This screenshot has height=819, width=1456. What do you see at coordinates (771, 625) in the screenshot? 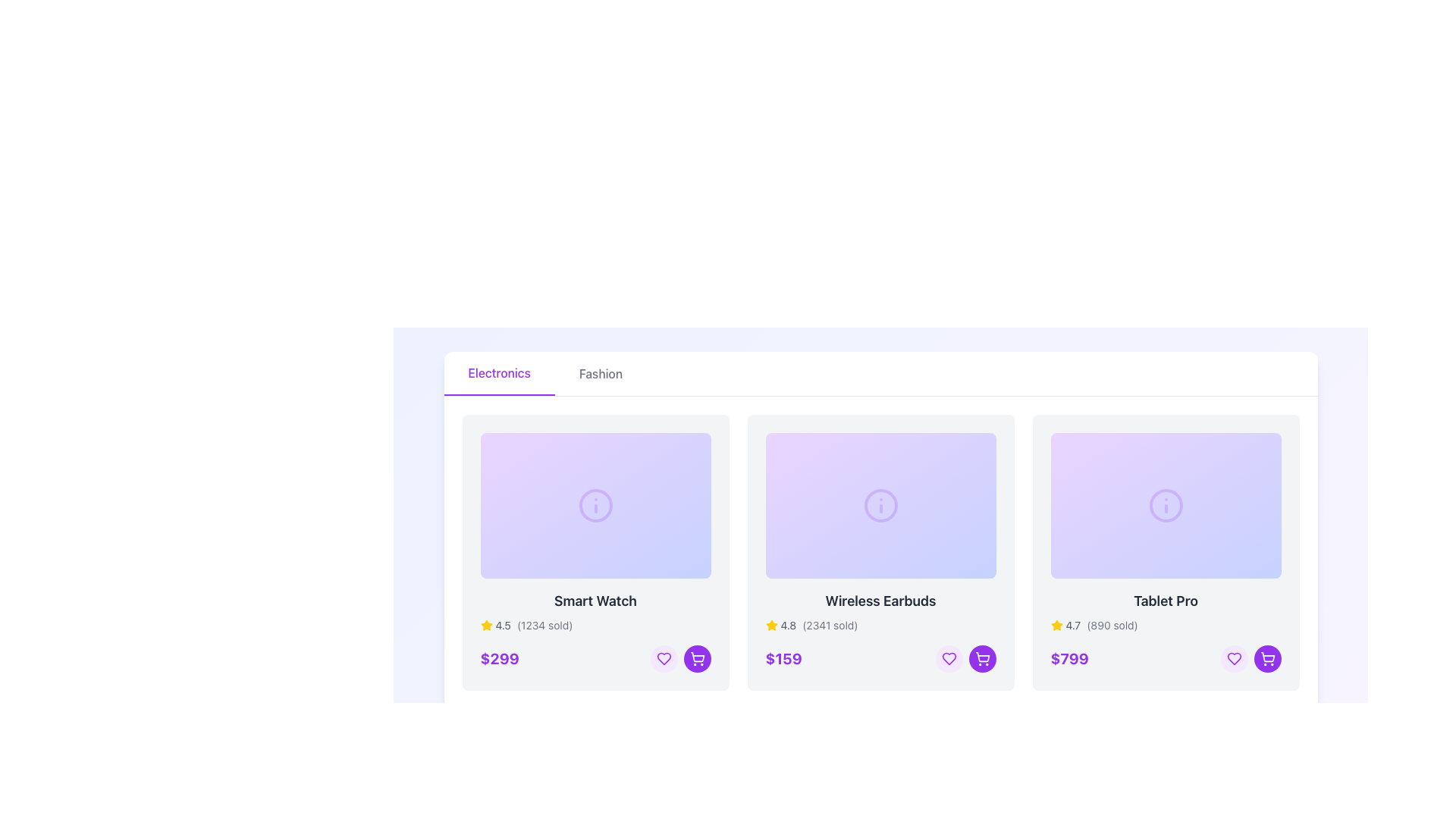
I see `the filled star icon in the middle rating section of the 'Wireless Earbuds' card to rate or view rating details` at bounding box center [771, 625].